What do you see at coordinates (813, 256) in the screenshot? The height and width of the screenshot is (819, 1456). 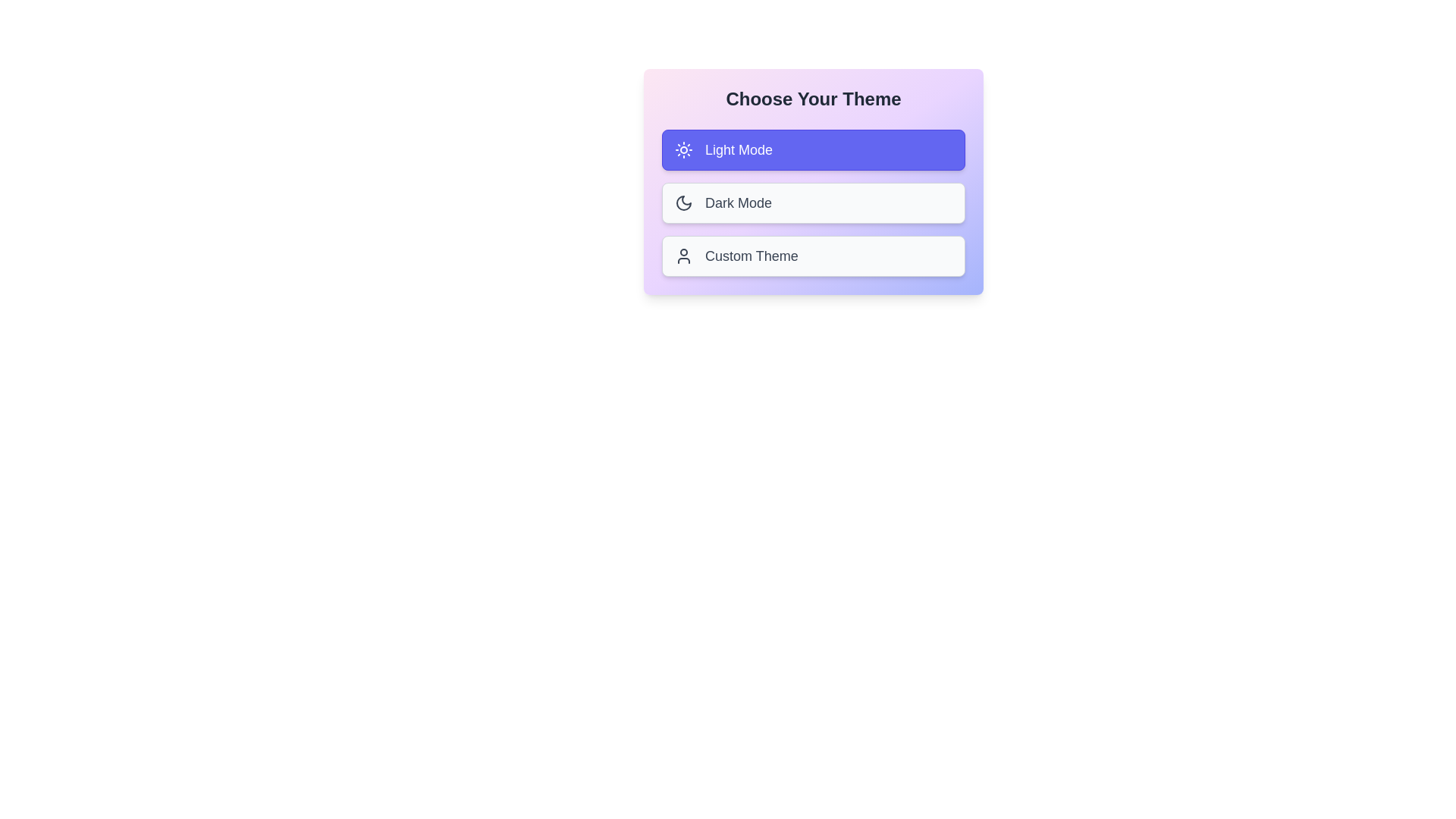 I see `the theme card labeled Custom Theme` at bounding box center [813, 256].